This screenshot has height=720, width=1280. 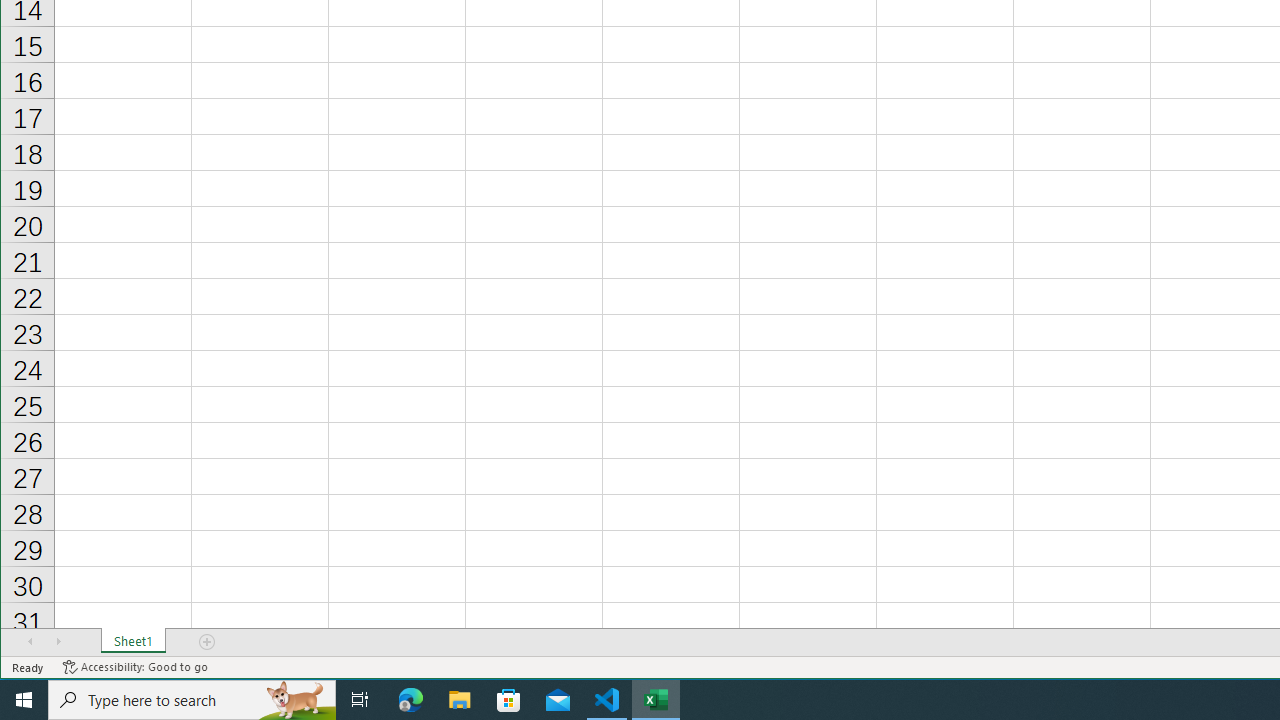 What do you see at coordinates (294, 698) in the screenshot?
I see `'Search highlights icon opens search home window'` at bounding box center [294, 698].